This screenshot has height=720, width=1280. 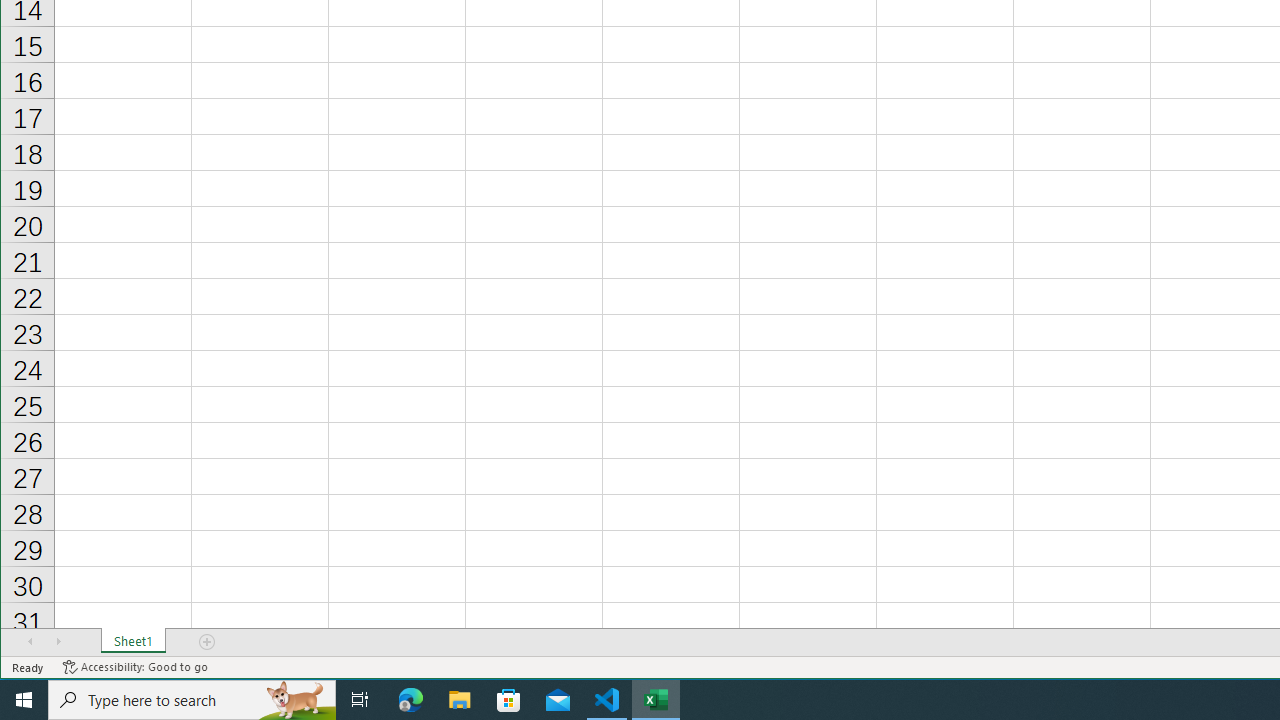 What do you see at coordinates (294, 698) in the screenshot?
I see `'Search highlights icon opens search home window'` at bounding box center [294, 698].